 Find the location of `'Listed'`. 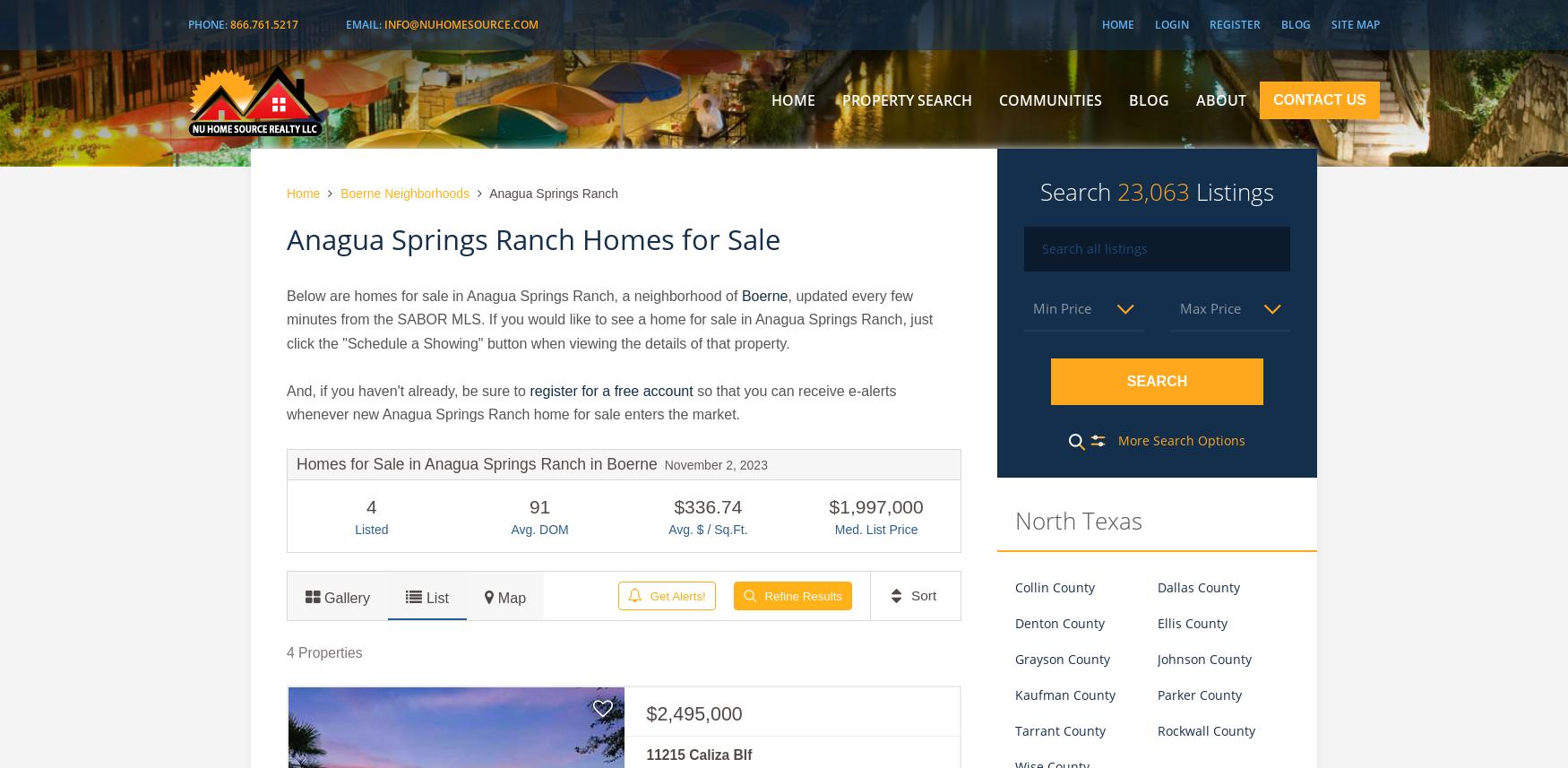

'Listed' is located at coordinates (370, 528).